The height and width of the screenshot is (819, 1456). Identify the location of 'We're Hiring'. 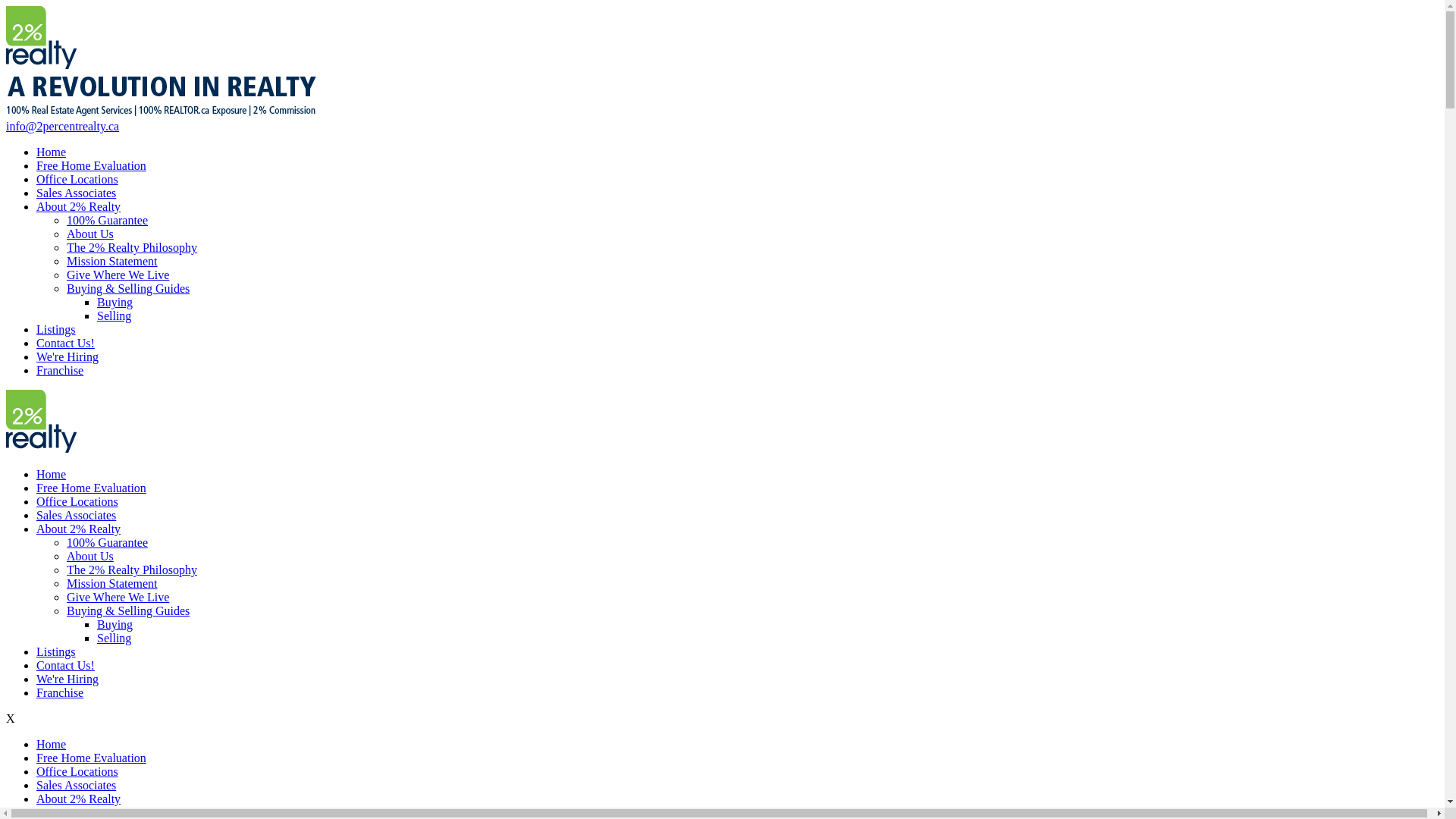
(67, 678).